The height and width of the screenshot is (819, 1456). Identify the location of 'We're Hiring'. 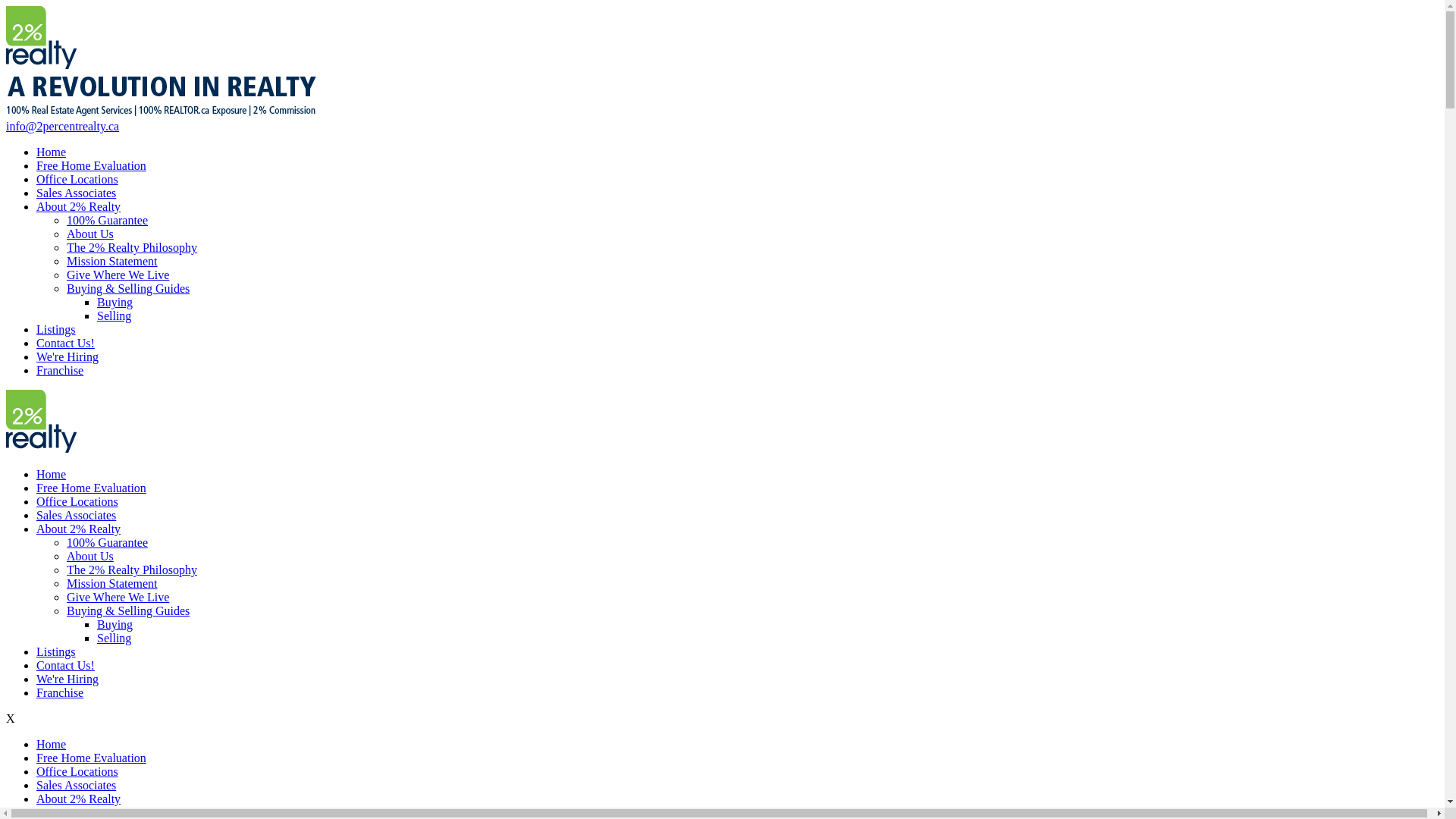
(67, 678).